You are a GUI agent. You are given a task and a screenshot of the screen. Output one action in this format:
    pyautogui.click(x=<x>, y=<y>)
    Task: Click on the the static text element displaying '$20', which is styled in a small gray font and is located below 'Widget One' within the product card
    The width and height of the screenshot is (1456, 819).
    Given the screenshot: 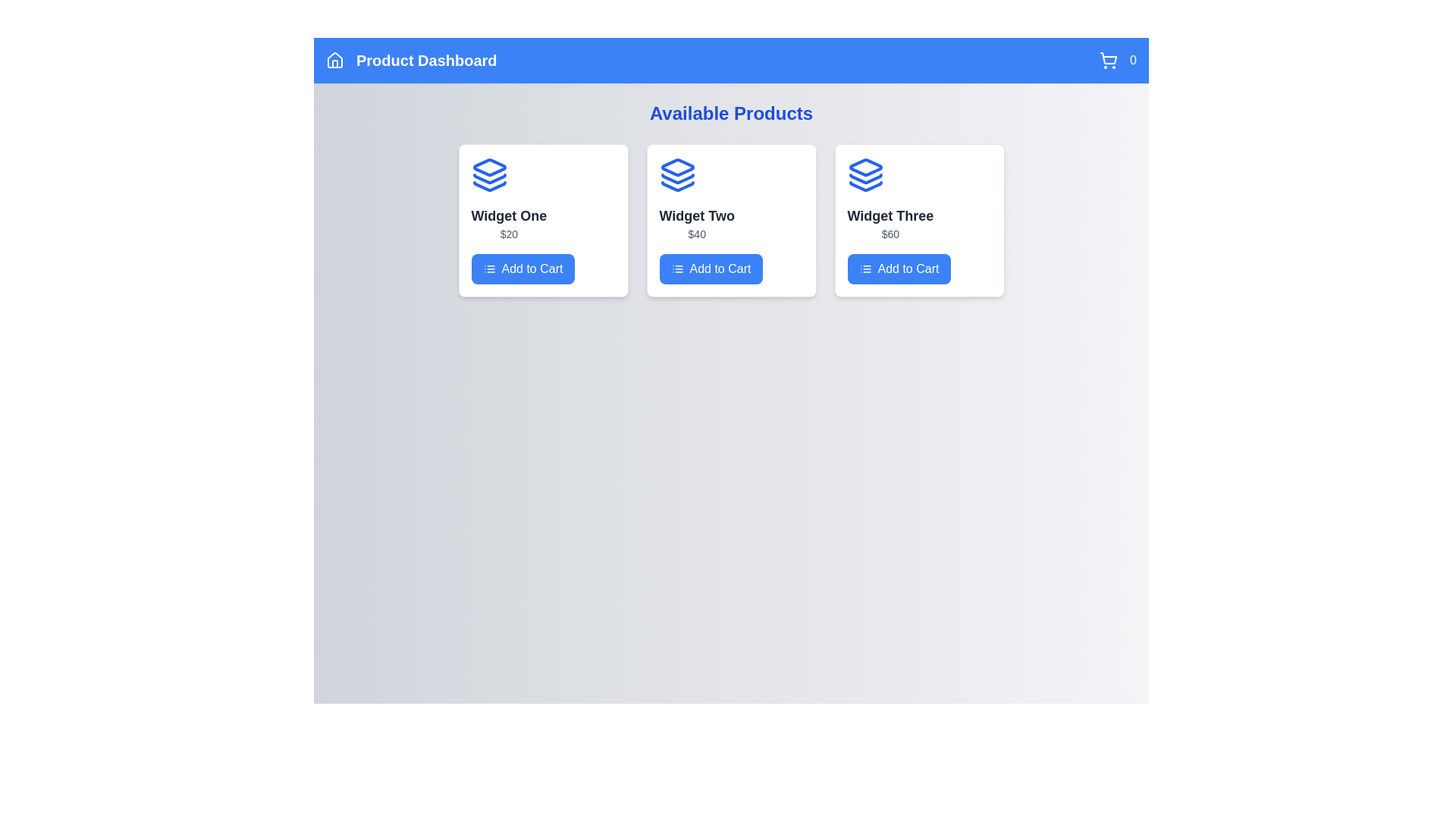 What is the action you would take?
    pyautogui.click(x=509, y=234)
    